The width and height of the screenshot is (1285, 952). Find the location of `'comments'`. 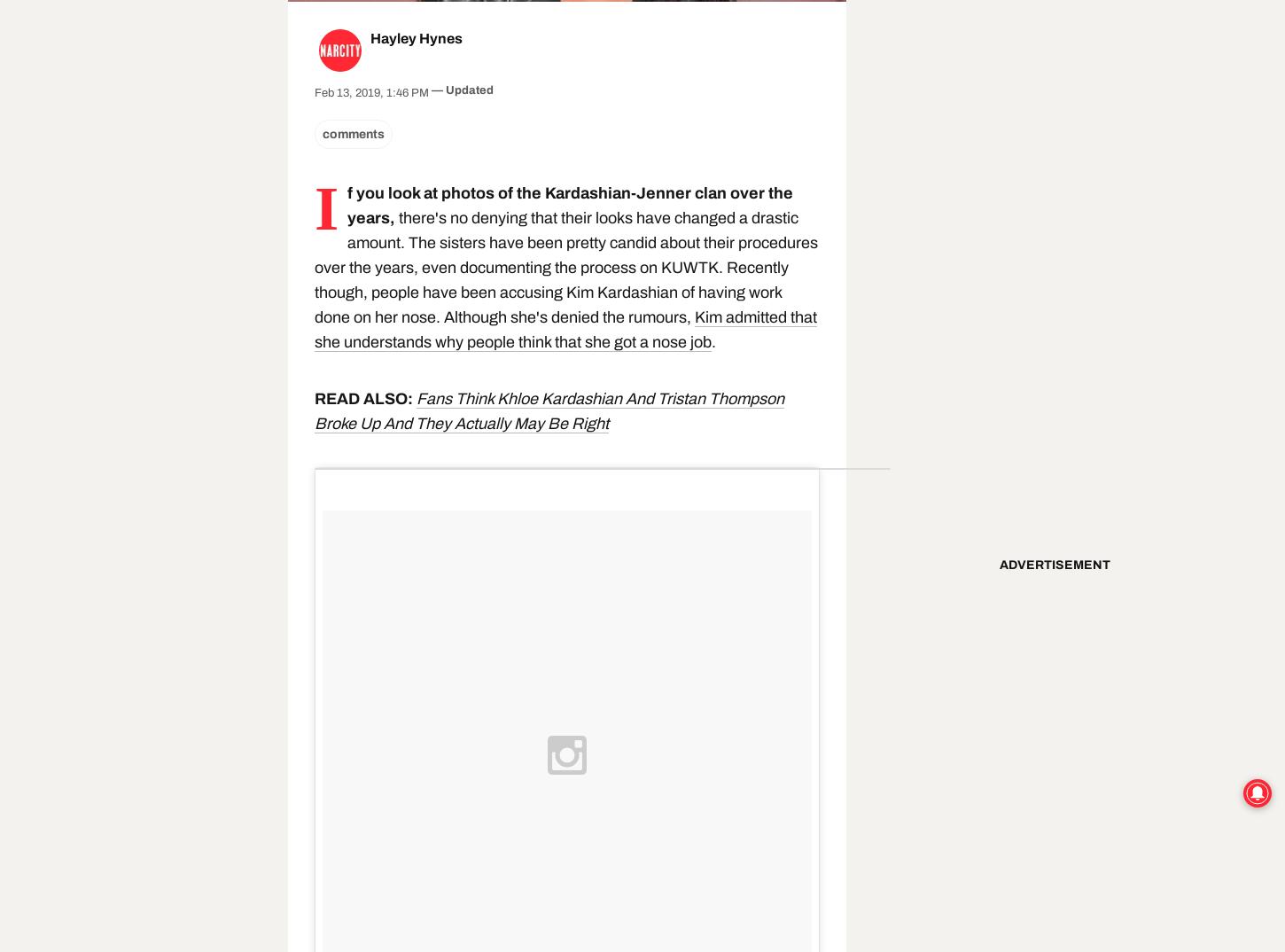

'comments' is located at coordinates (353, 132).